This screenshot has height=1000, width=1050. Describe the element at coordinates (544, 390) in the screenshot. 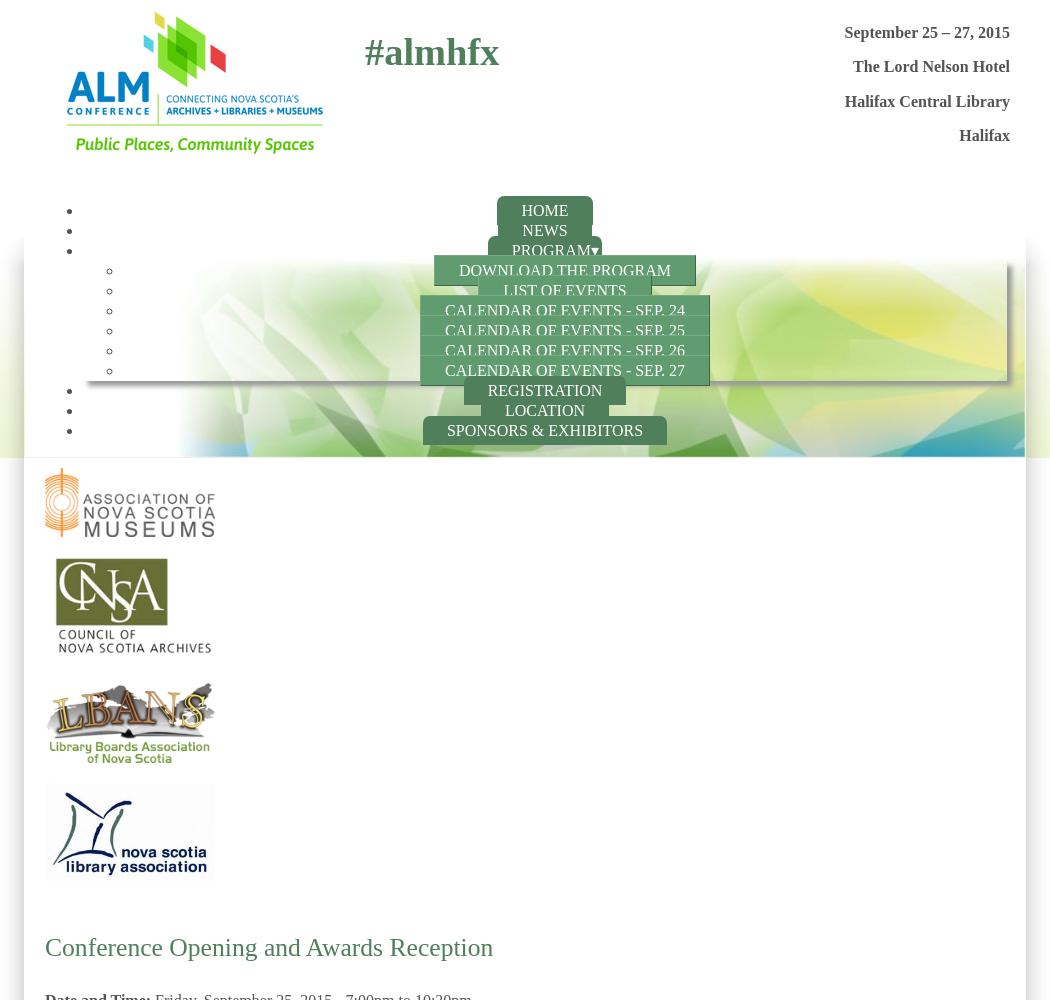

I see `'Registration'` at that location.